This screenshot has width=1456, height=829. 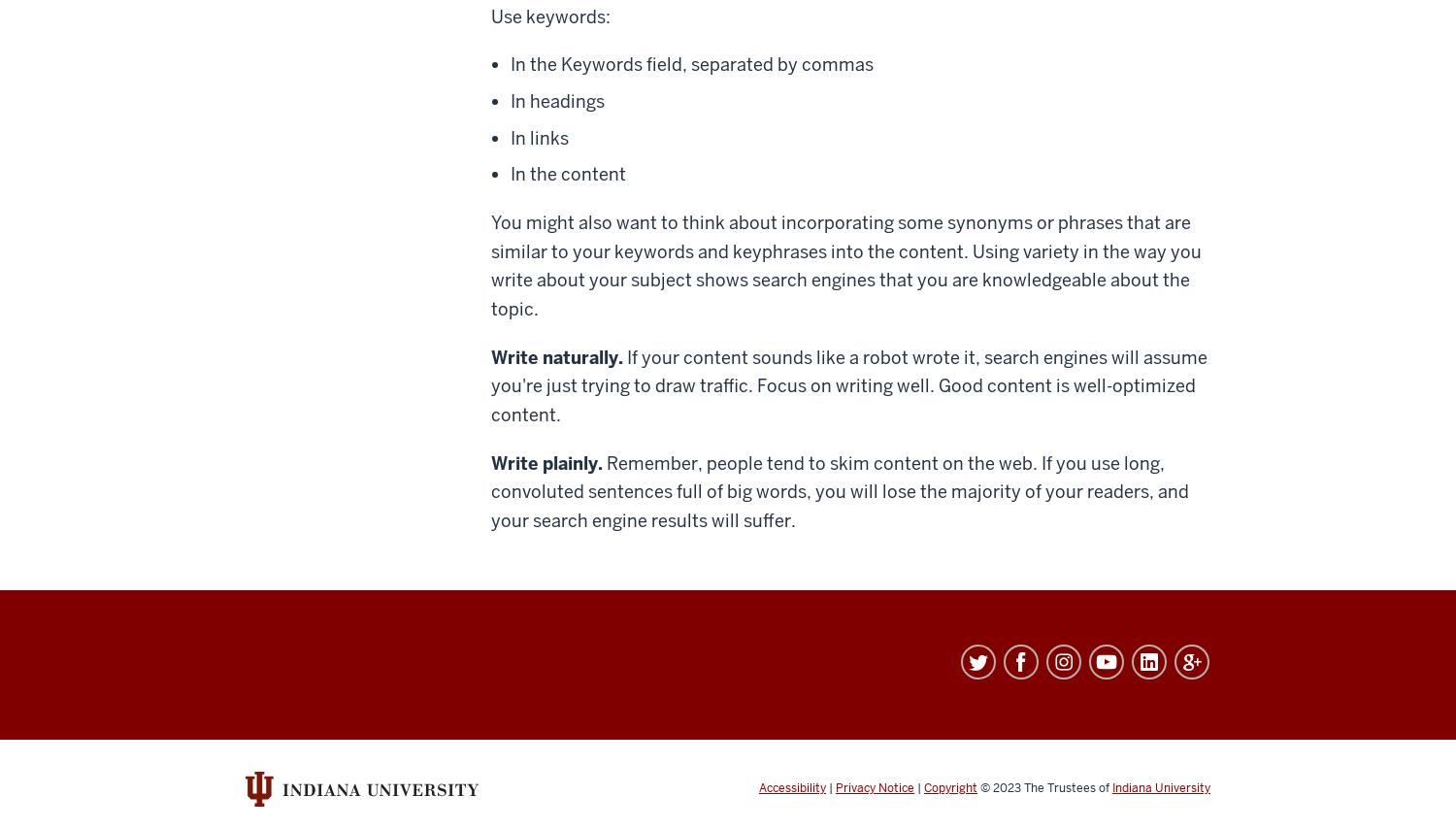 What do you see at coordinates (976, 785) in the screenshot?
I see `'© 2023'` at bounding box center [976, 785].